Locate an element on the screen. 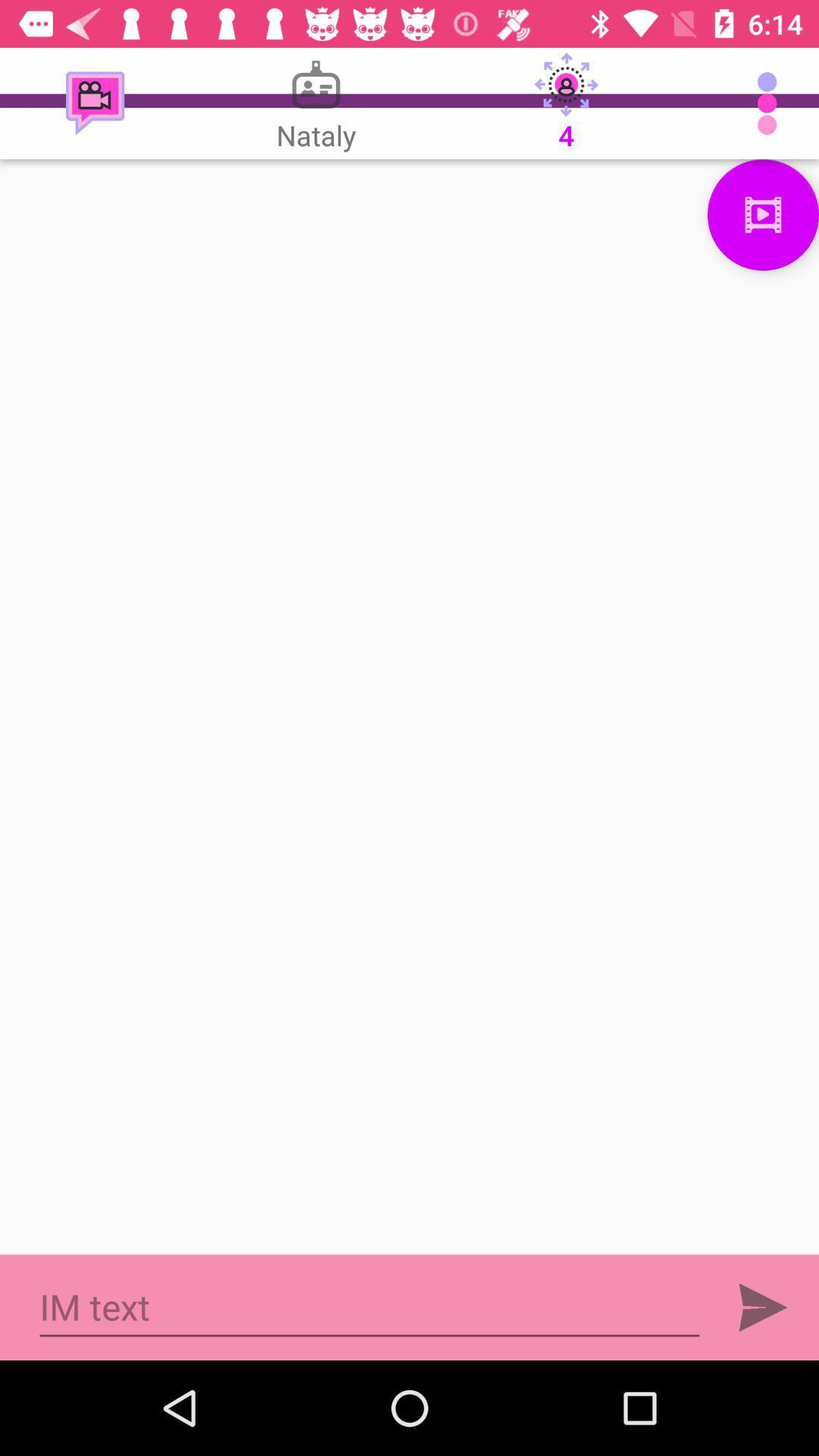 The height and width of the screenshot is (1456, 819). button is located at coordinates (763, 1307).